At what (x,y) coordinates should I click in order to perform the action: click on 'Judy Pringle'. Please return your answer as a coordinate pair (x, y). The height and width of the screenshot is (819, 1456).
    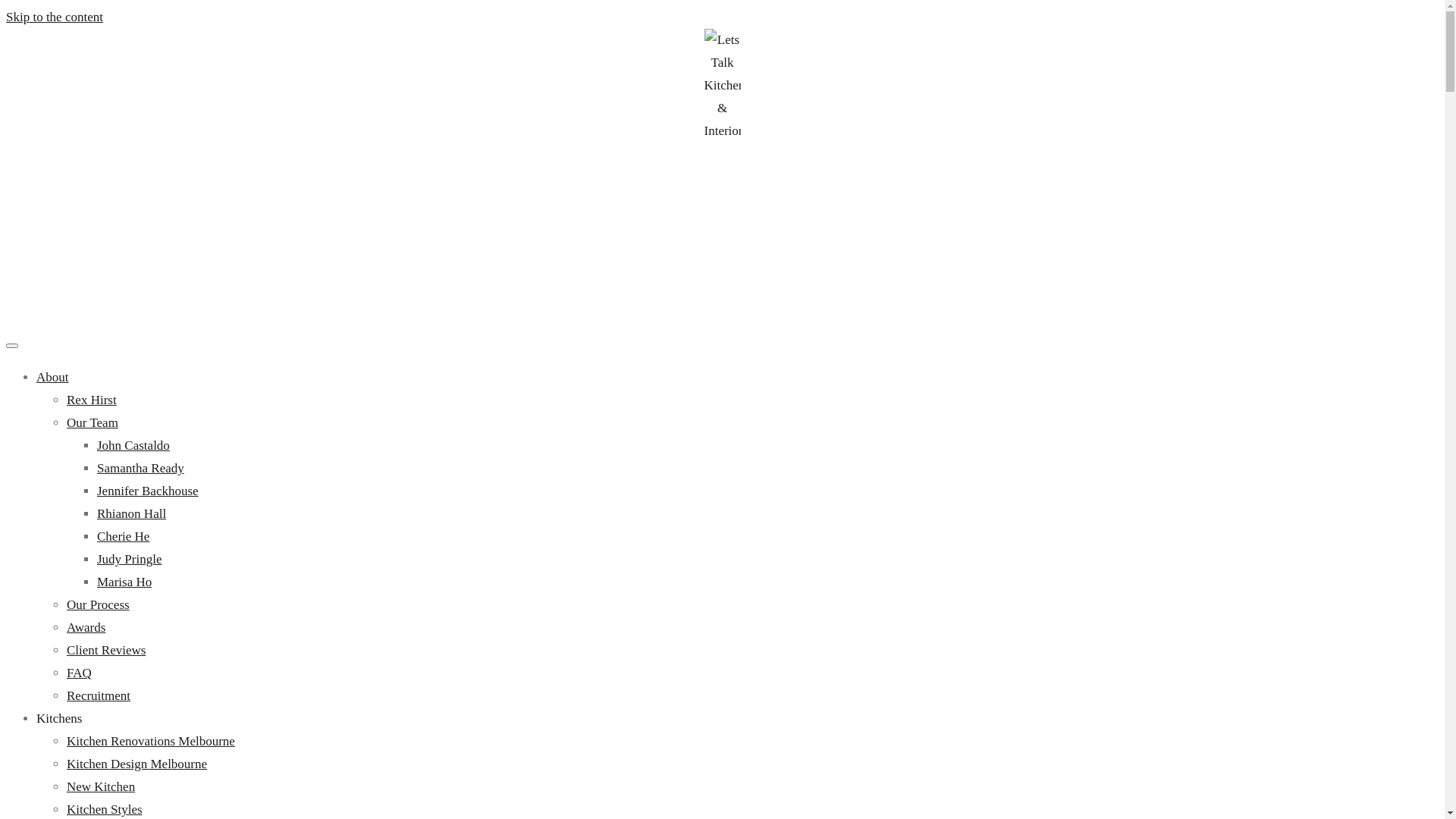
    Looking at the image, I should click on (129, 559).